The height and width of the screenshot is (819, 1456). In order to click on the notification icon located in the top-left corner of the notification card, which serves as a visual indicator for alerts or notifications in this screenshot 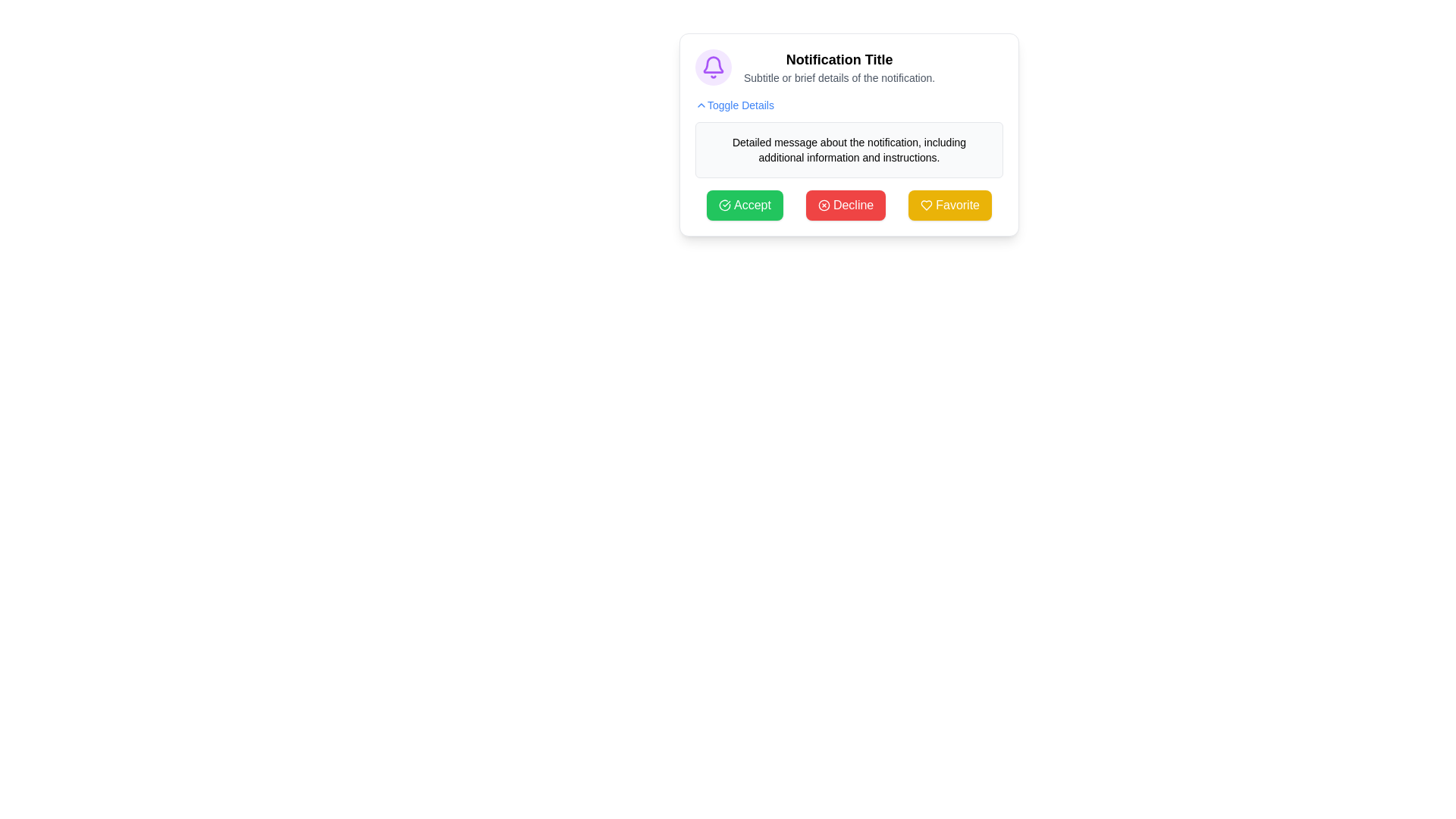, I will do `click(712, 66)`.